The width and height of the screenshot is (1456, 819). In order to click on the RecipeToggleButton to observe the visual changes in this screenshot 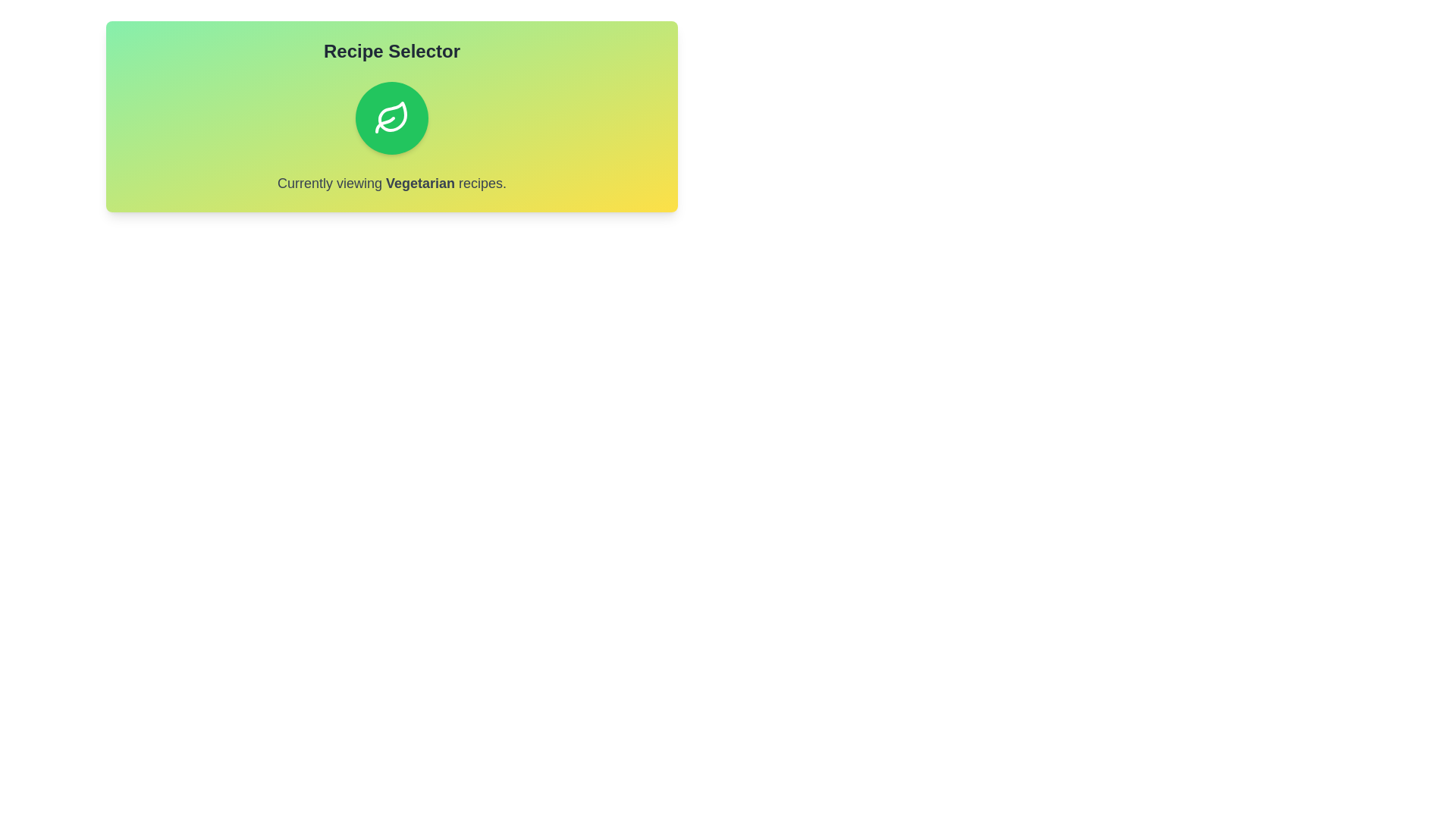, I will do `click(392, 117)`.